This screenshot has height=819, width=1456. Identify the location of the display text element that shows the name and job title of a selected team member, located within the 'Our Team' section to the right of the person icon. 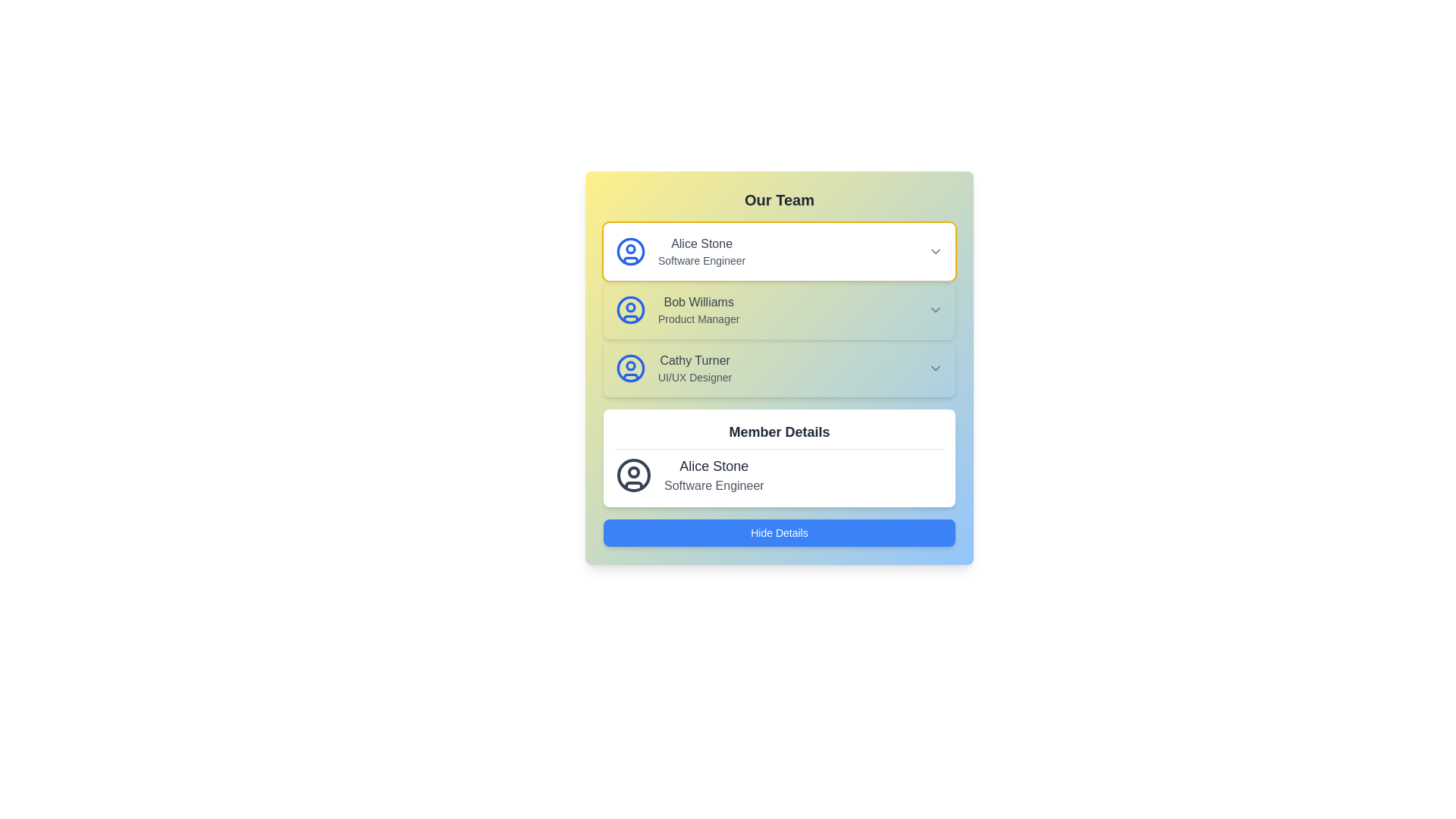
(701, 250).